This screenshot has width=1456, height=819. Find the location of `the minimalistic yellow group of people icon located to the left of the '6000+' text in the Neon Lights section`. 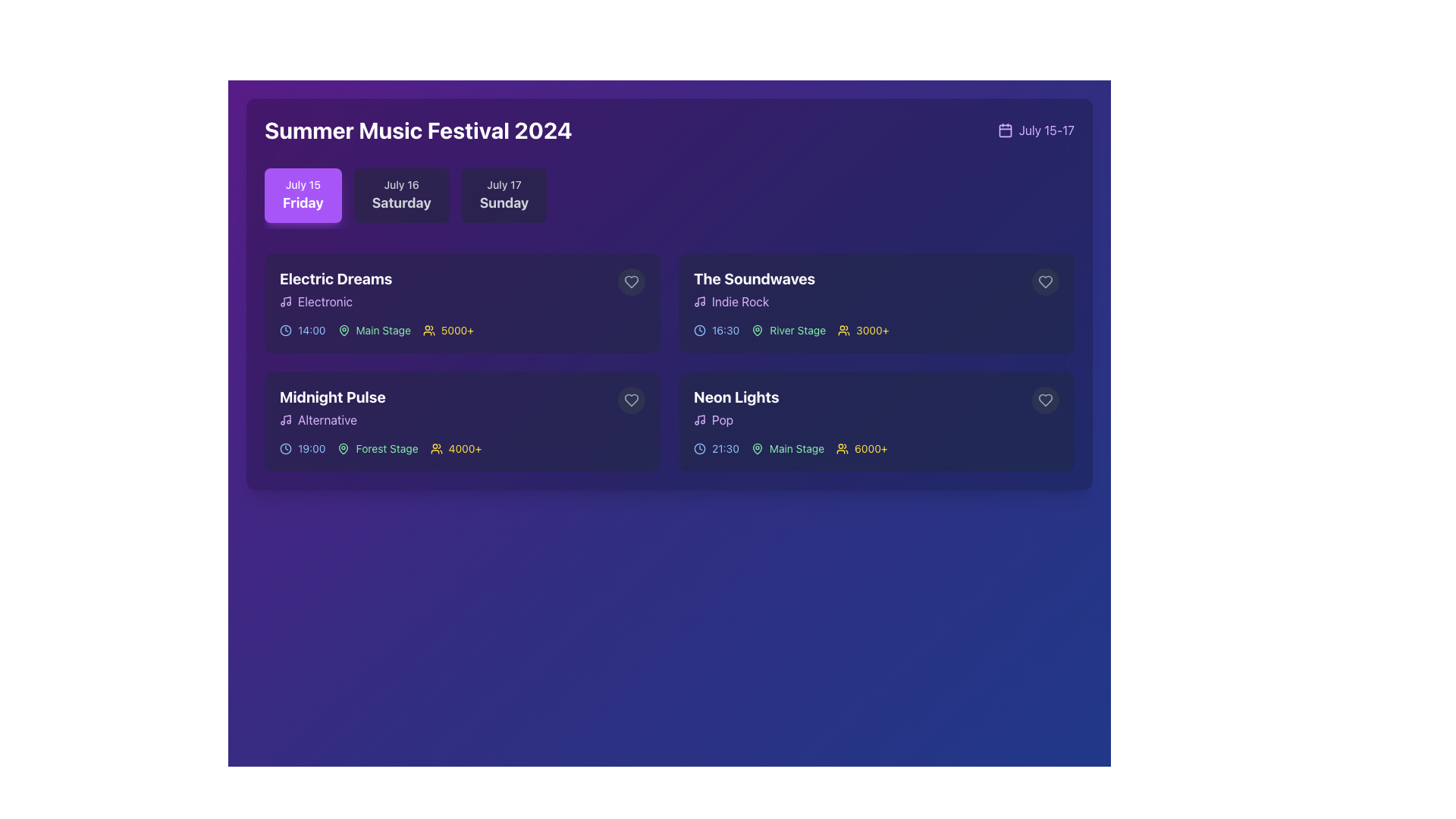

the minimalistic yellow group of people icon located to the left of the '6000+' text in the Neon Lights section is located at coordinates (842, 447).